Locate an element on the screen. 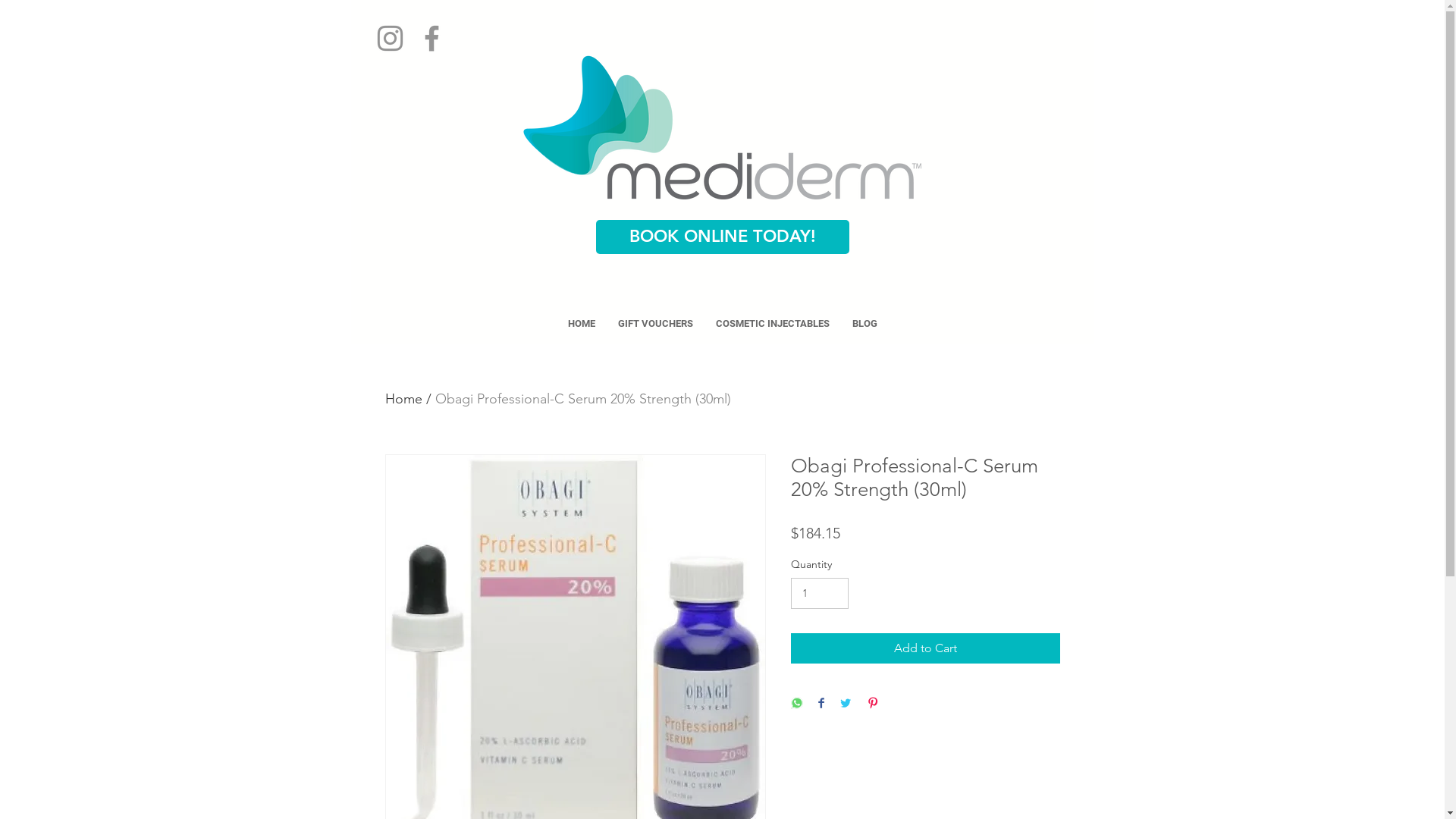 This screenshot has height=819, width=1456. 'Home' is located at coordinates (403, 397).